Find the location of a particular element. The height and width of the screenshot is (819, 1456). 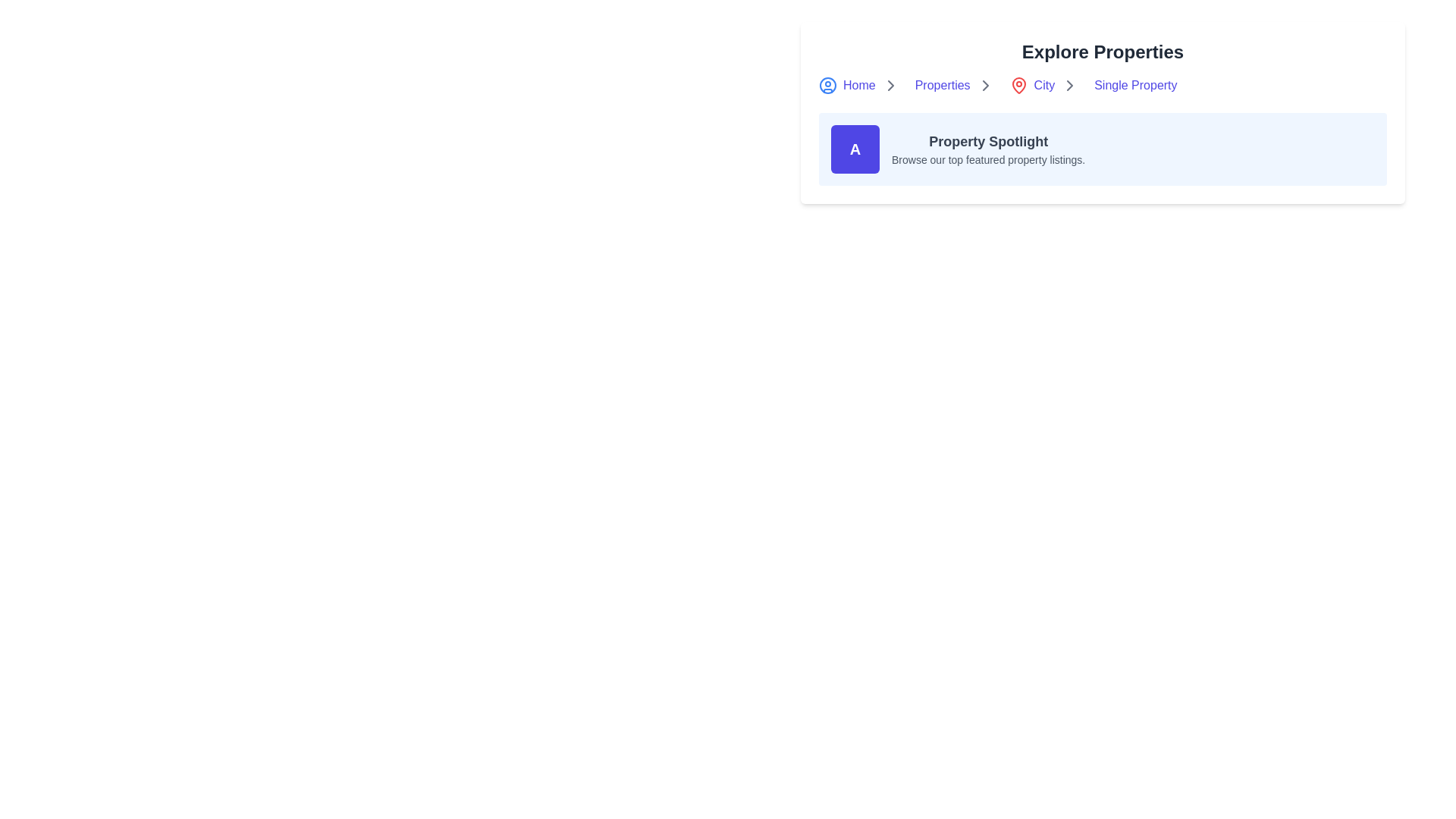

the SVG-based chevron icon in the breadcrumb navigation, which connects 'Properties' and 'City' text labels is located at coordinates (1069, 85).